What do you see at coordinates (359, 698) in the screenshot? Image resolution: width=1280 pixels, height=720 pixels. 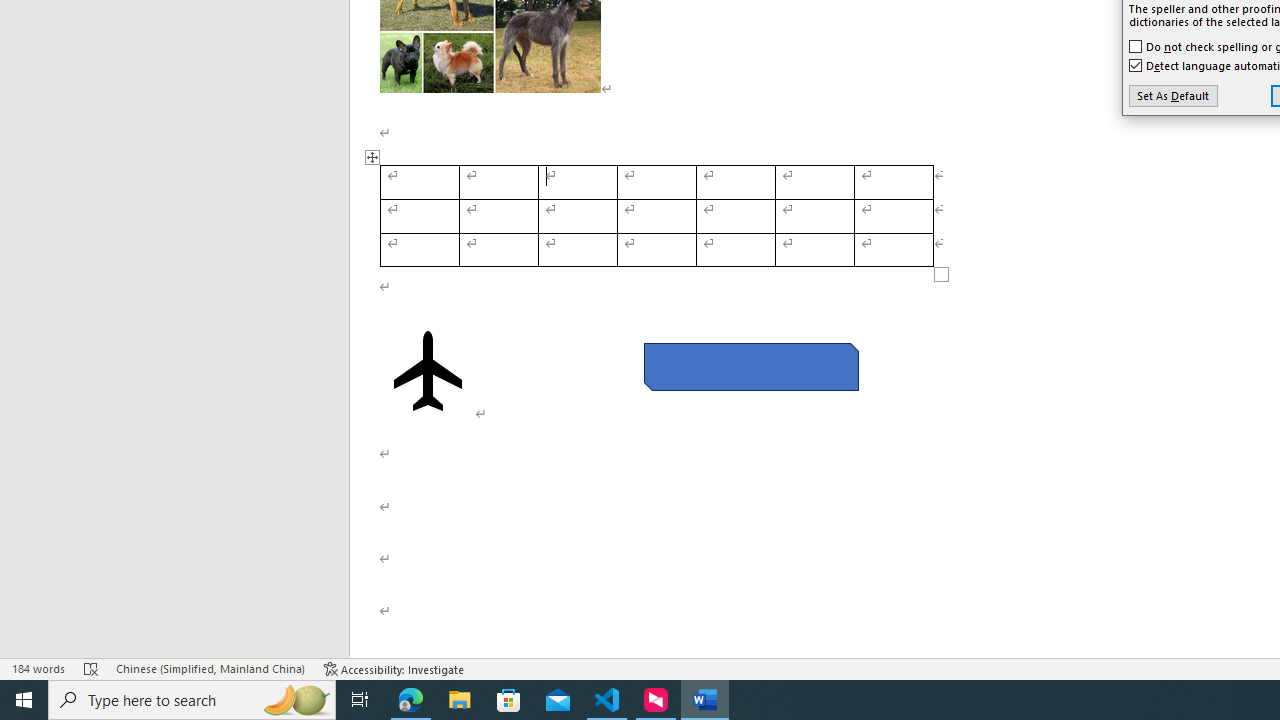 I see `'Task View'` at bounding box center [359, 698].